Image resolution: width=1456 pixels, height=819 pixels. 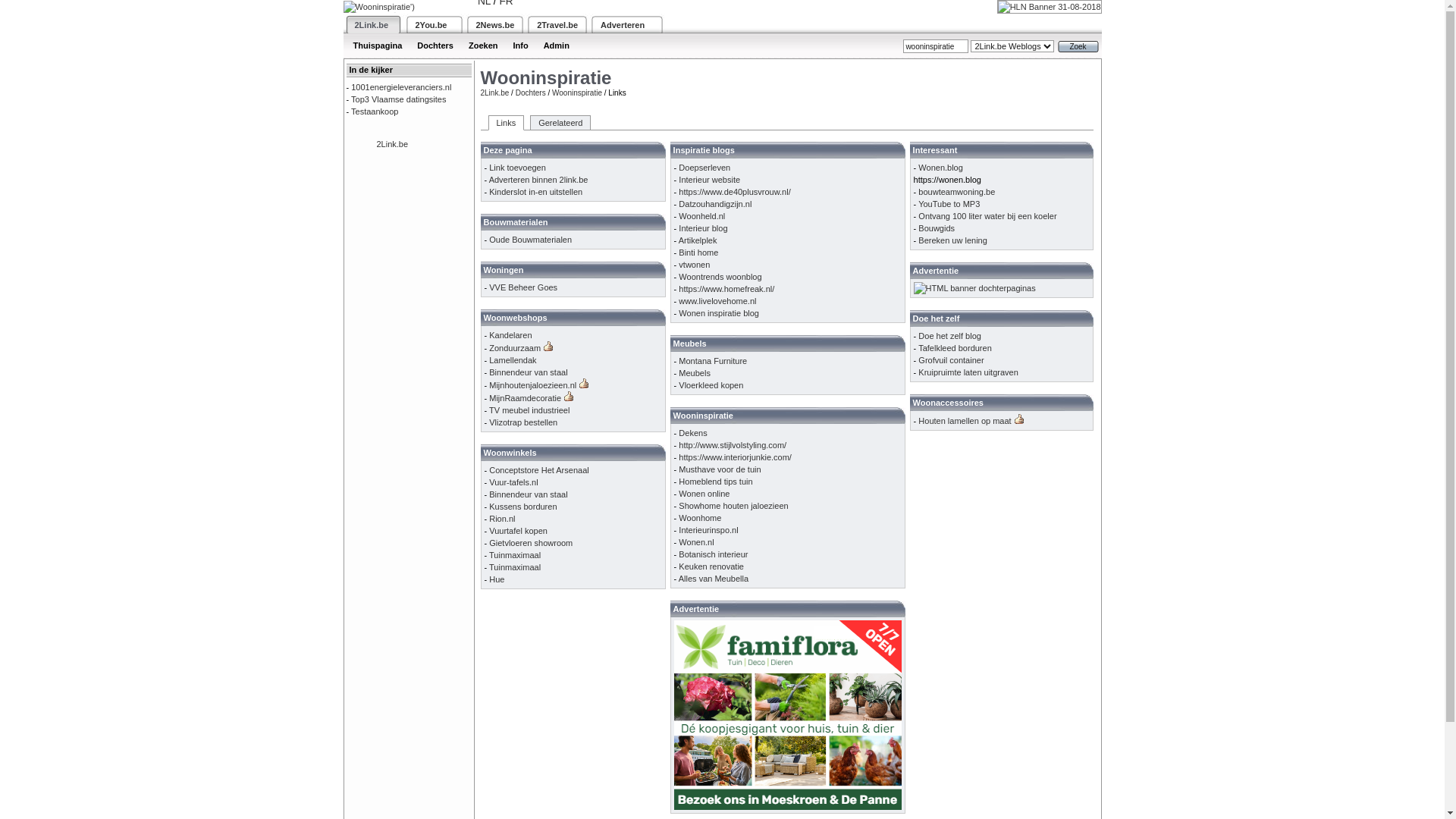 I want to click on 'Links', so click(x=506, y=122).